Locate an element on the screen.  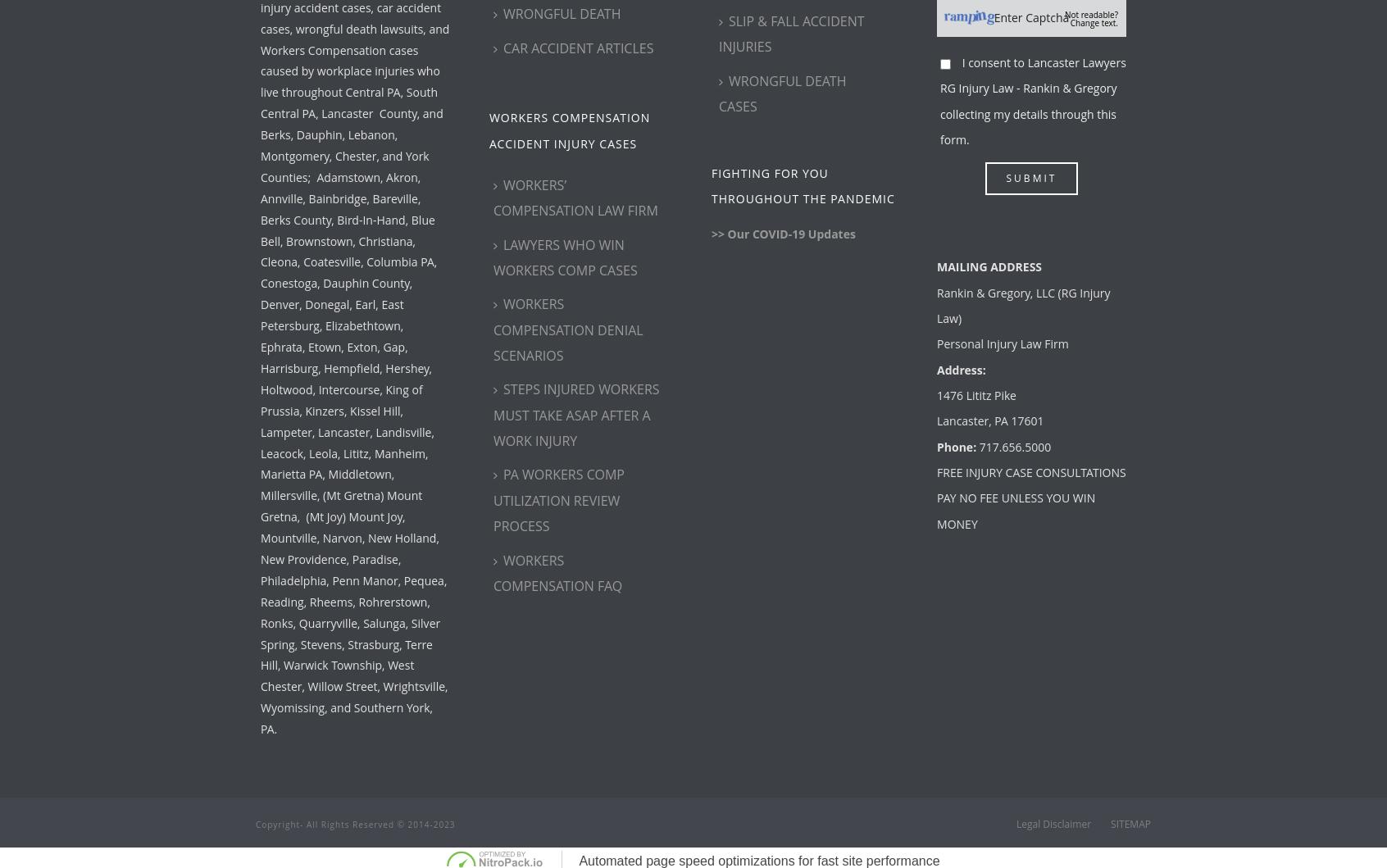
'Workers Compensation Faq' is located at coordinates (557, 572).